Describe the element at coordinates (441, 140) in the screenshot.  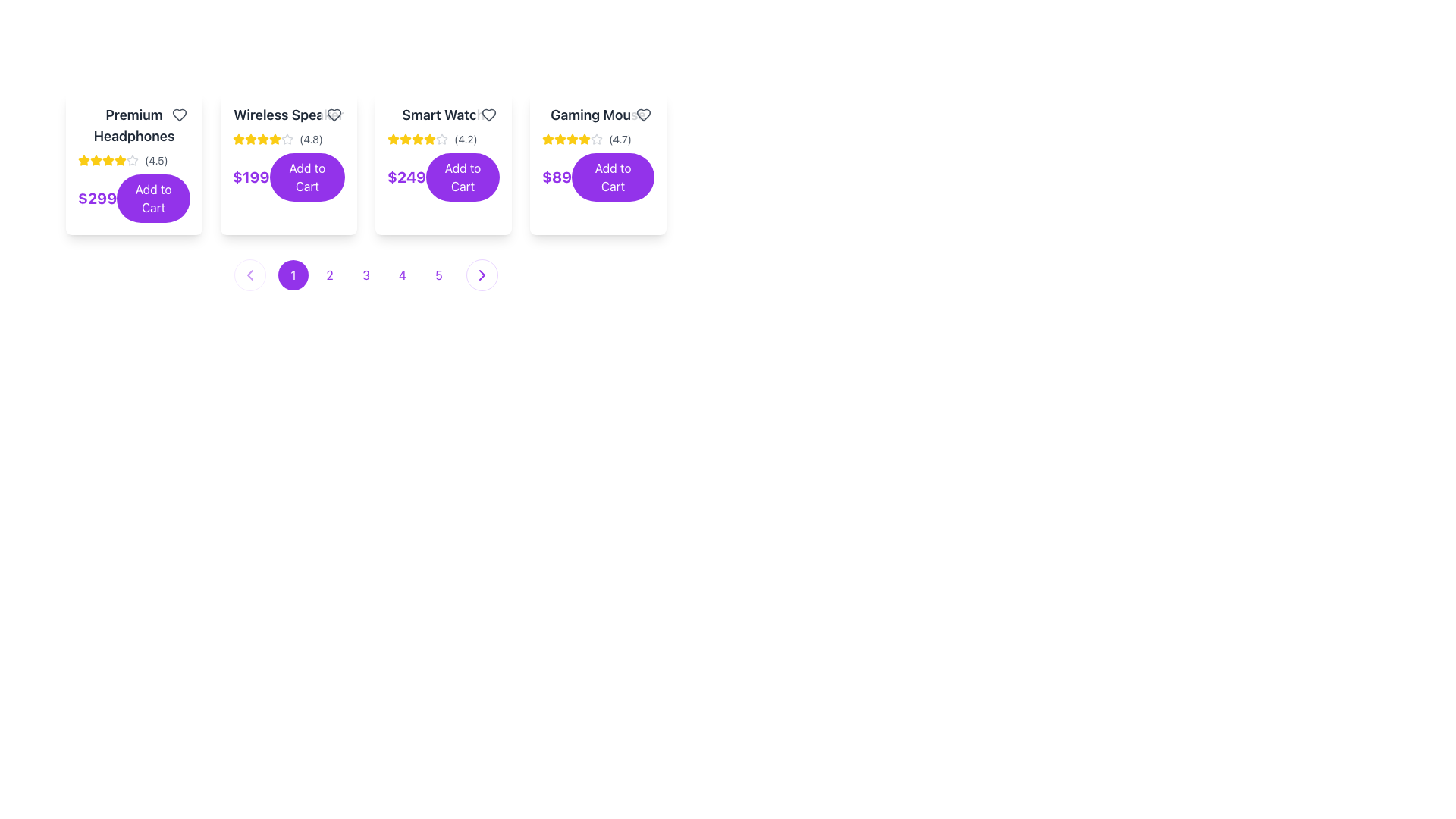
I see `the fifth star icon in the 5-star rating system for the 'Smart Watch' product, which visually indicates a rating of 4.2` at that location.